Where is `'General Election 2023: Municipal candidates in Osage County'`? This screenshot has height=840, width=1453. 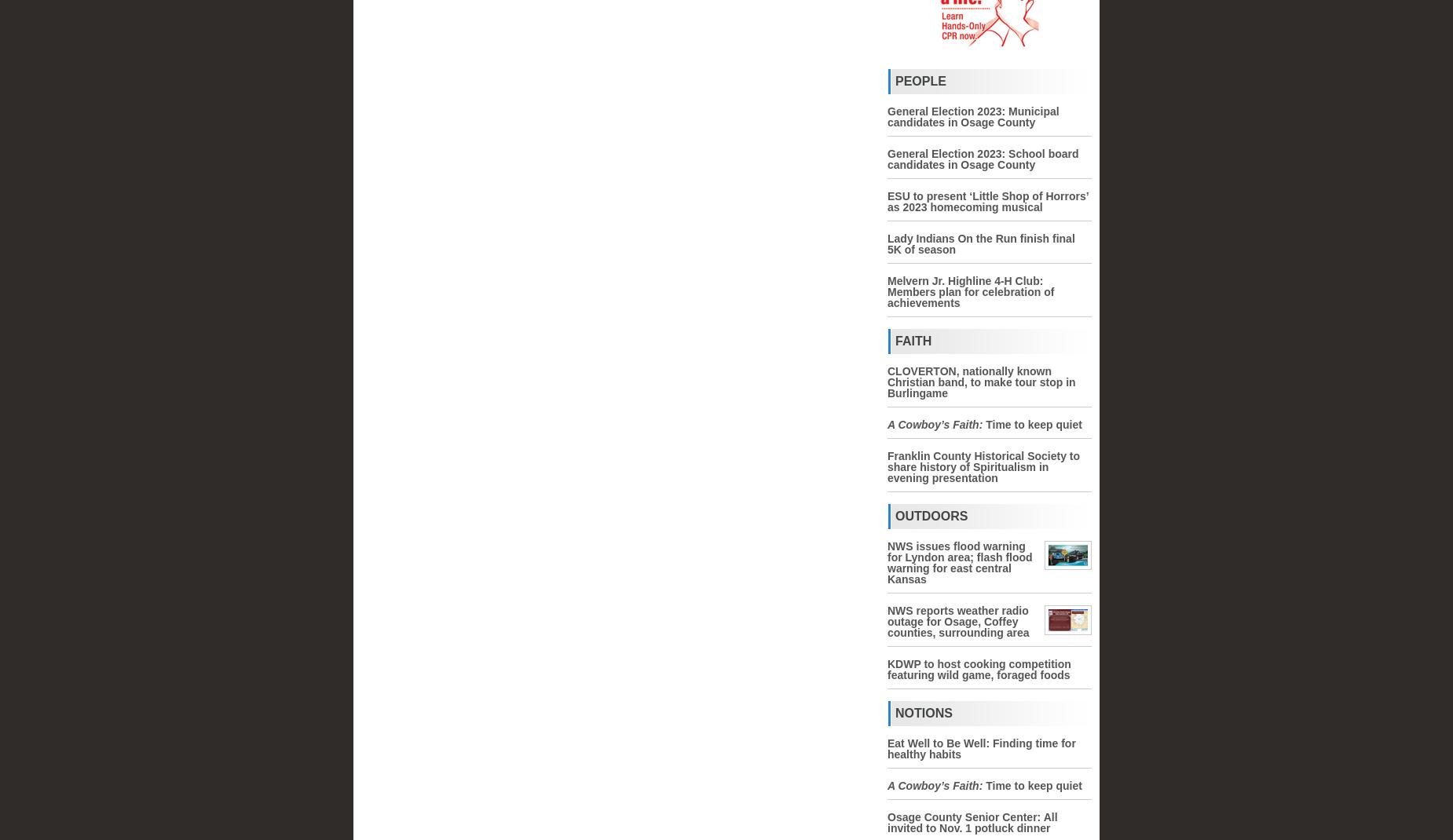 'General Election 2023: Municipal candidates in Osage County' is located at coordinates (972, 117).